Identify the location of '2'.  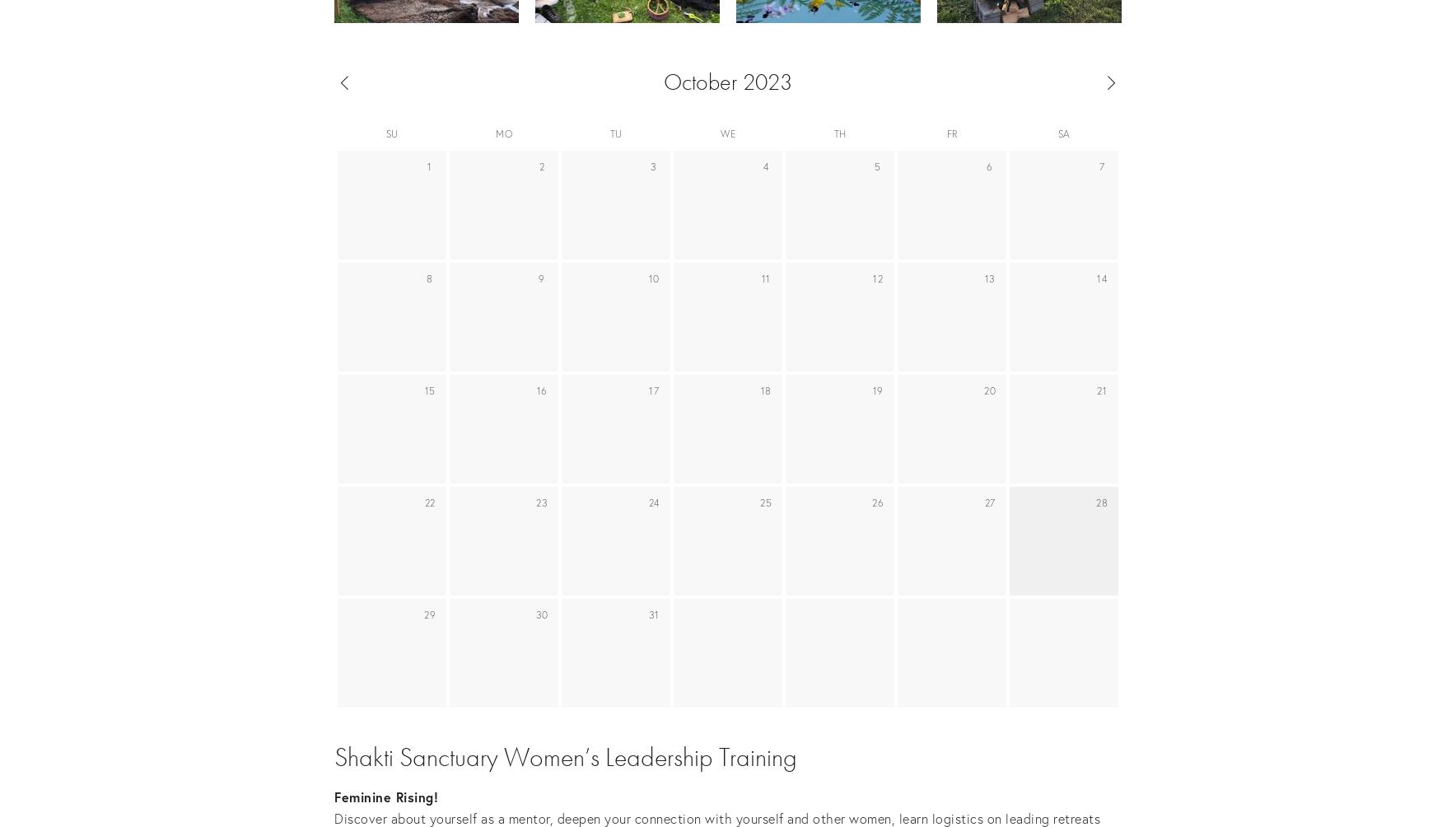
(537, 166).